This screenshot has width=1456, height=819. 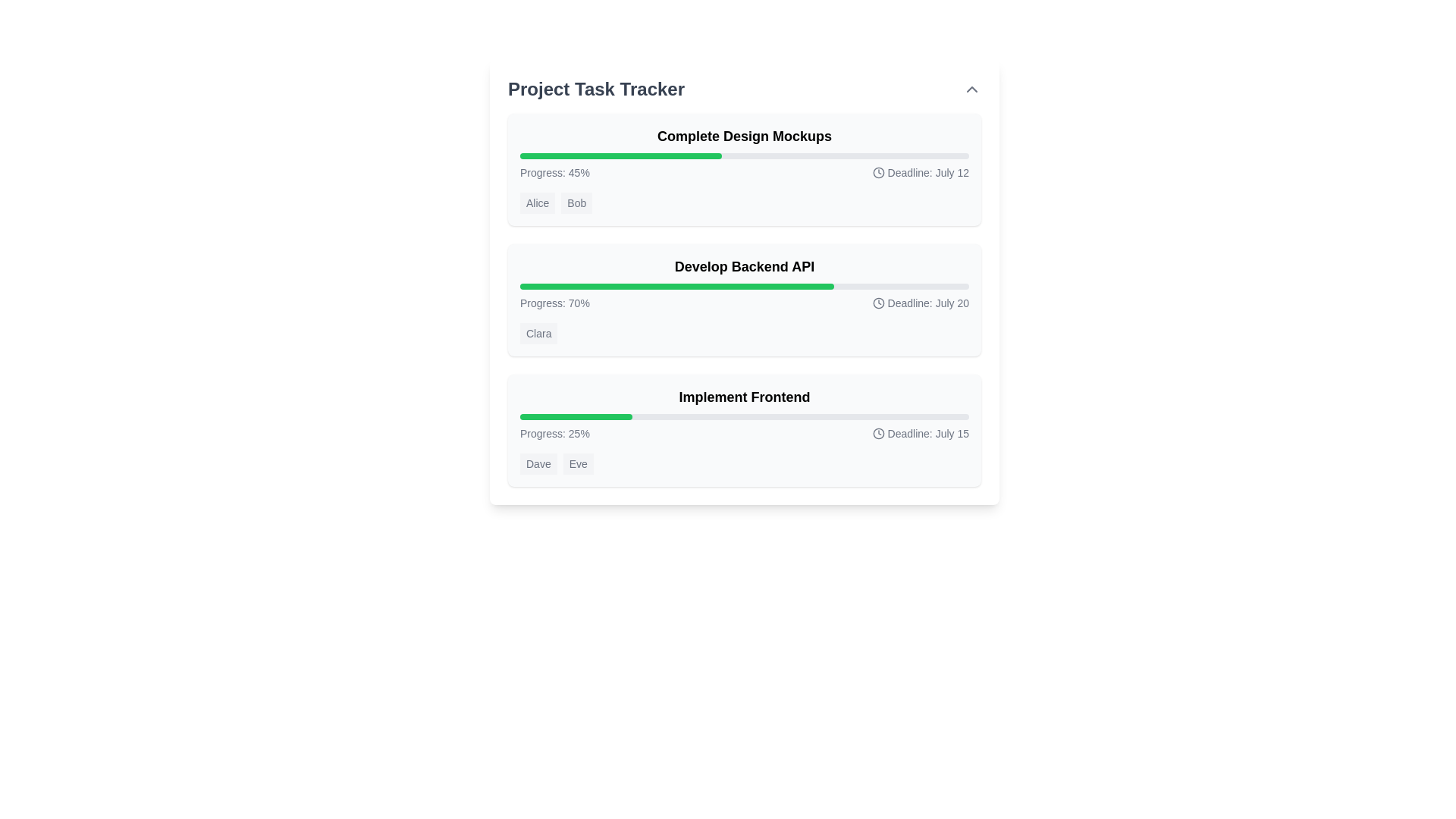 What do you see at coordinates (878, 303) in the screenshot?
I see `the circular clock icon located to the left of the text 'Deadline: July 20' in the second task card labeled 'Develop Backend API'` at bounding box center [878, 303].